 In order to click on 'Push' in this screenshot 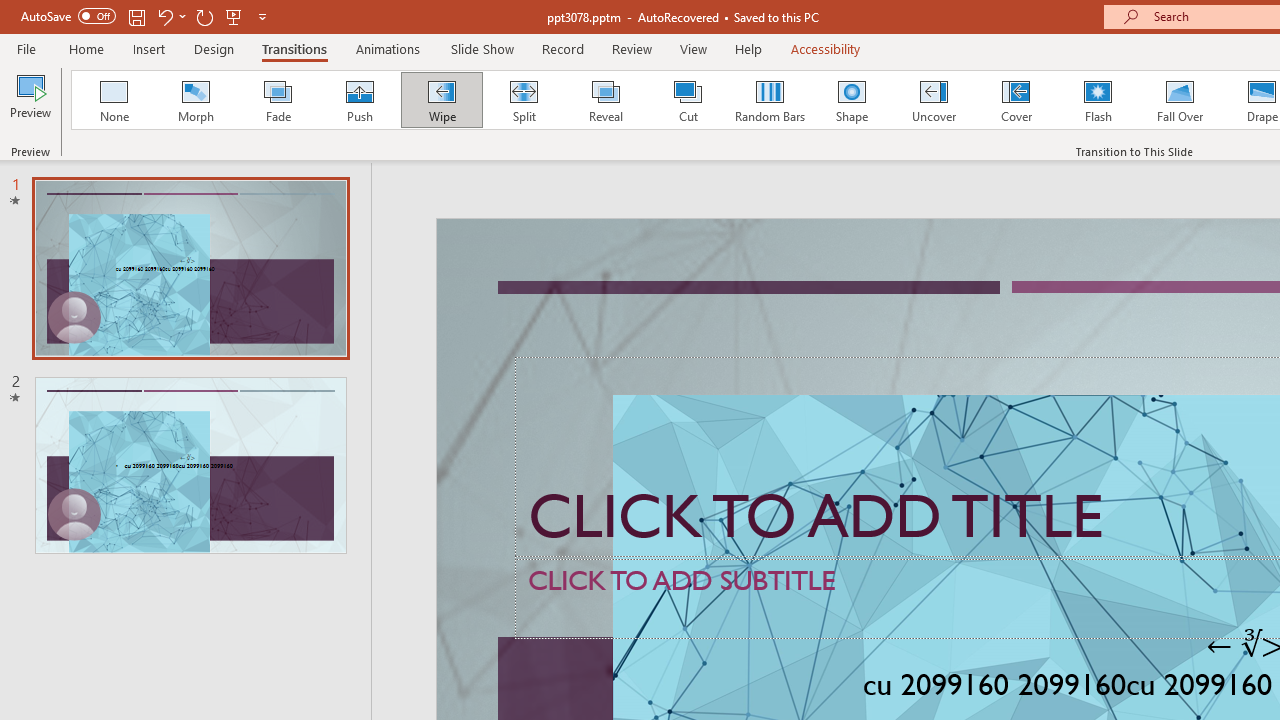, I will do `click(359, 100)`.